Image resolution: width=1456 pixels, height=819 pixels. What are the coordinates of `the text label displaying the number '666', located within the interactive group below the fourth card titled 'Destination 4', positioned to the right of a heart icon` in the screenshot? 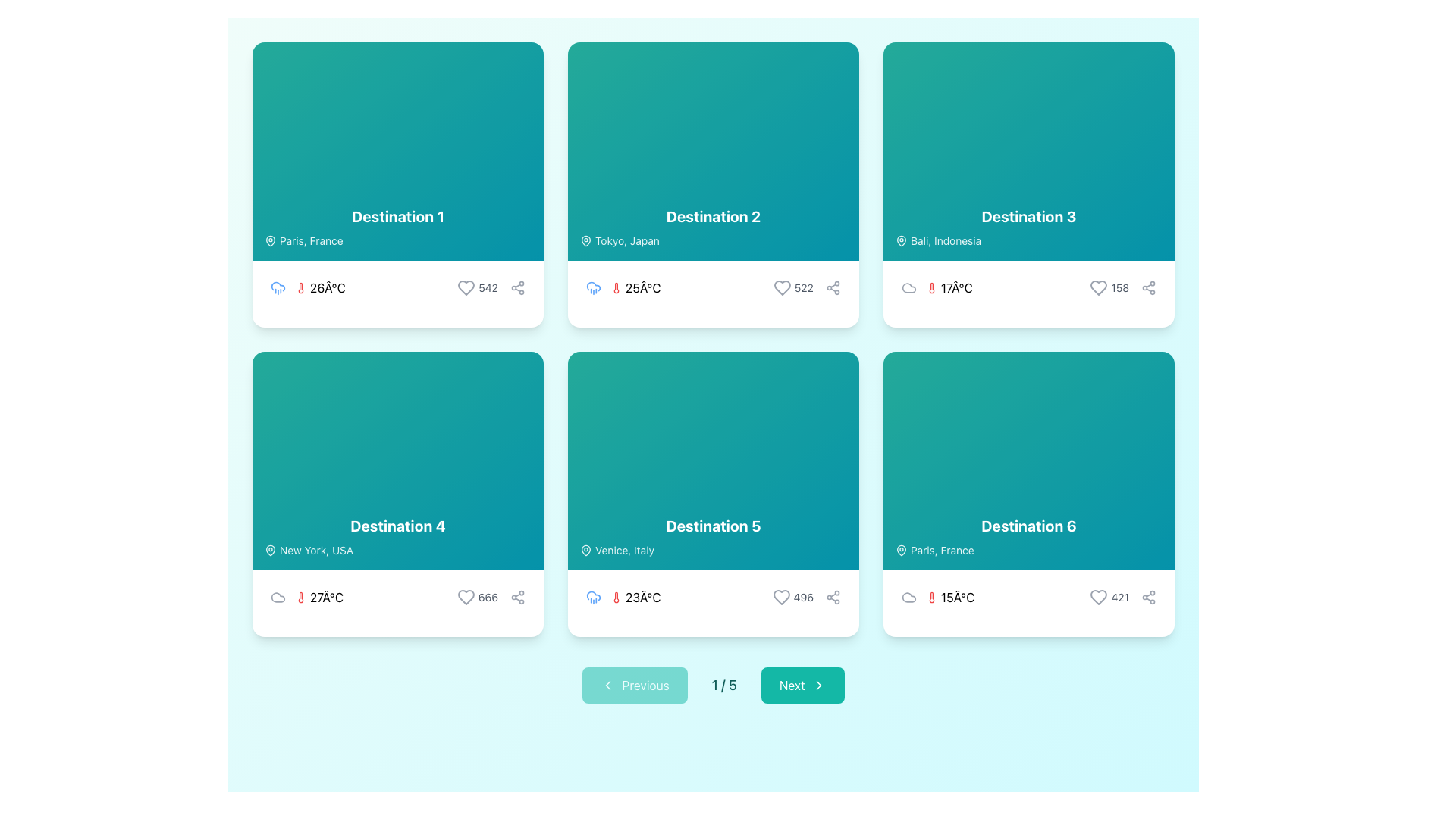 It's located at (488, 596).